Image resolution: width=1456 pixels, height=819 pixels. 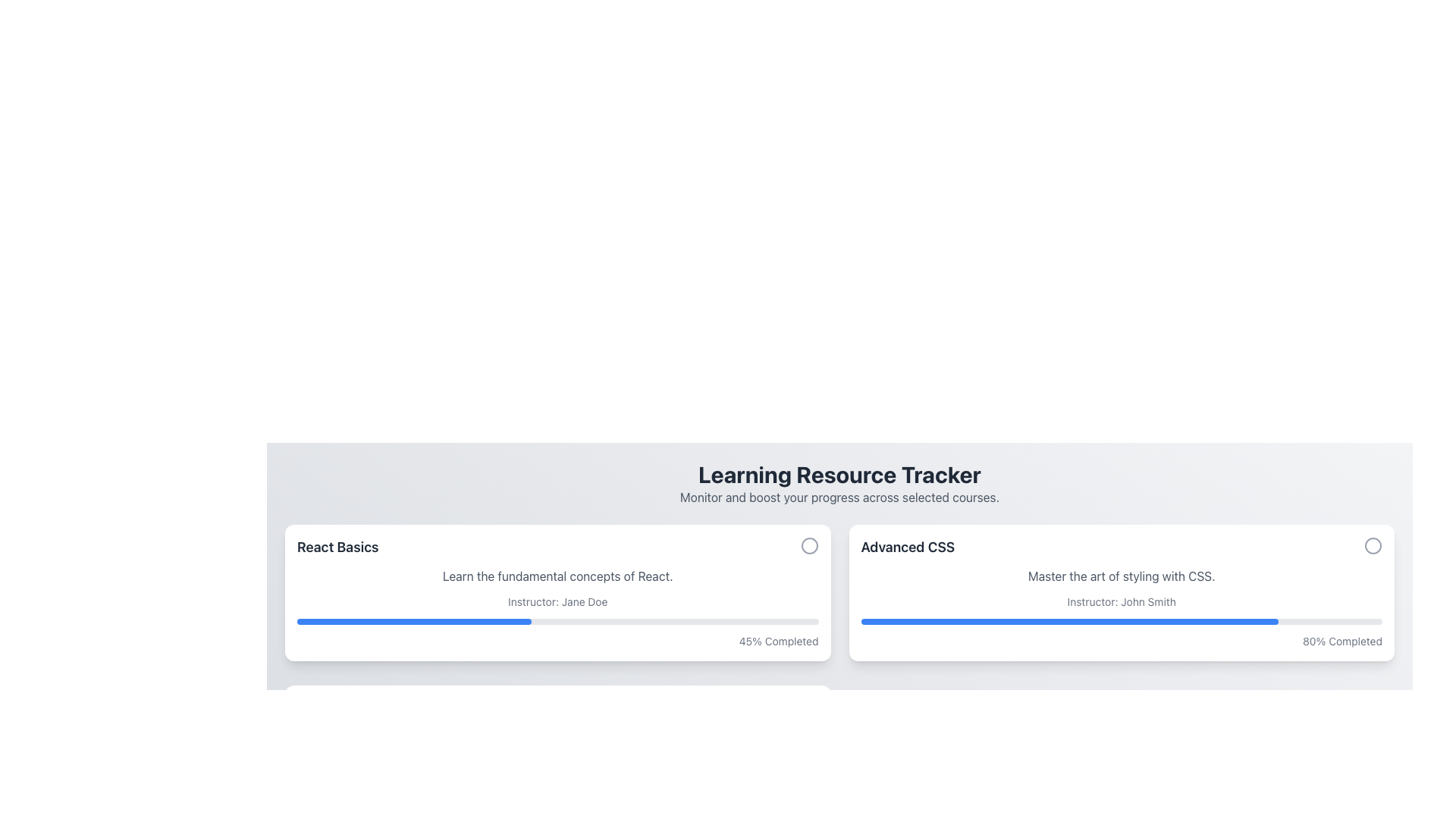 I want to click on the SVG circle icon located in the top-right corner of the left card containing the 'React Basics' course details, so click(x=808, y=546).